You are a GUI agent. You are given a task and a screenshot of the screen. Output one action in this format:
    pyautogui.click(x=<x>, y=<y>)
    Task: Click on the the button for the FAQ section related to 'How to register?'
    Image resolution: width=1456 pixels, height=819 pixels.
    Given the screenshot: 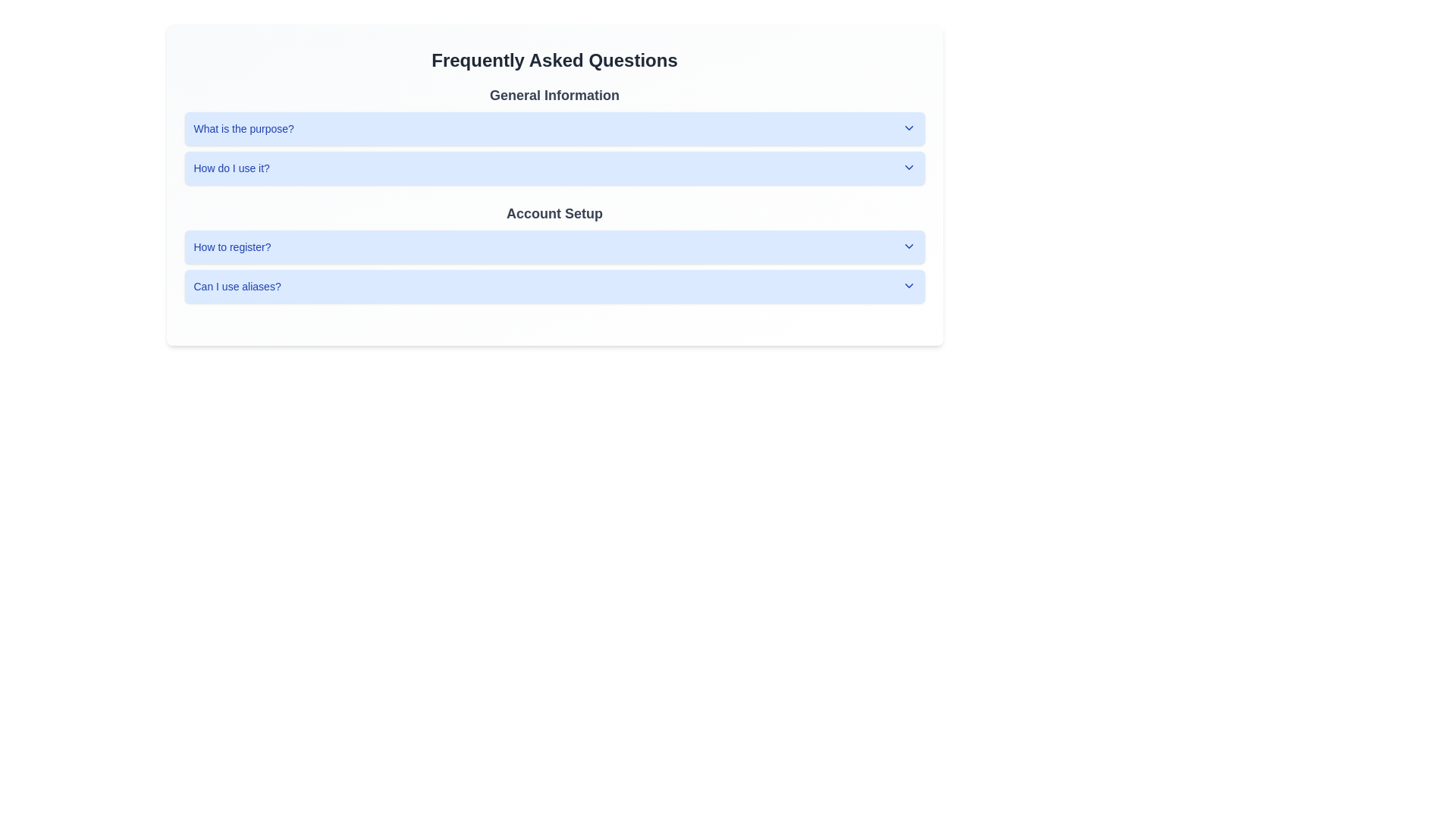 What is the action you would take?
    pyautogui.click(x=554, y=246)
    